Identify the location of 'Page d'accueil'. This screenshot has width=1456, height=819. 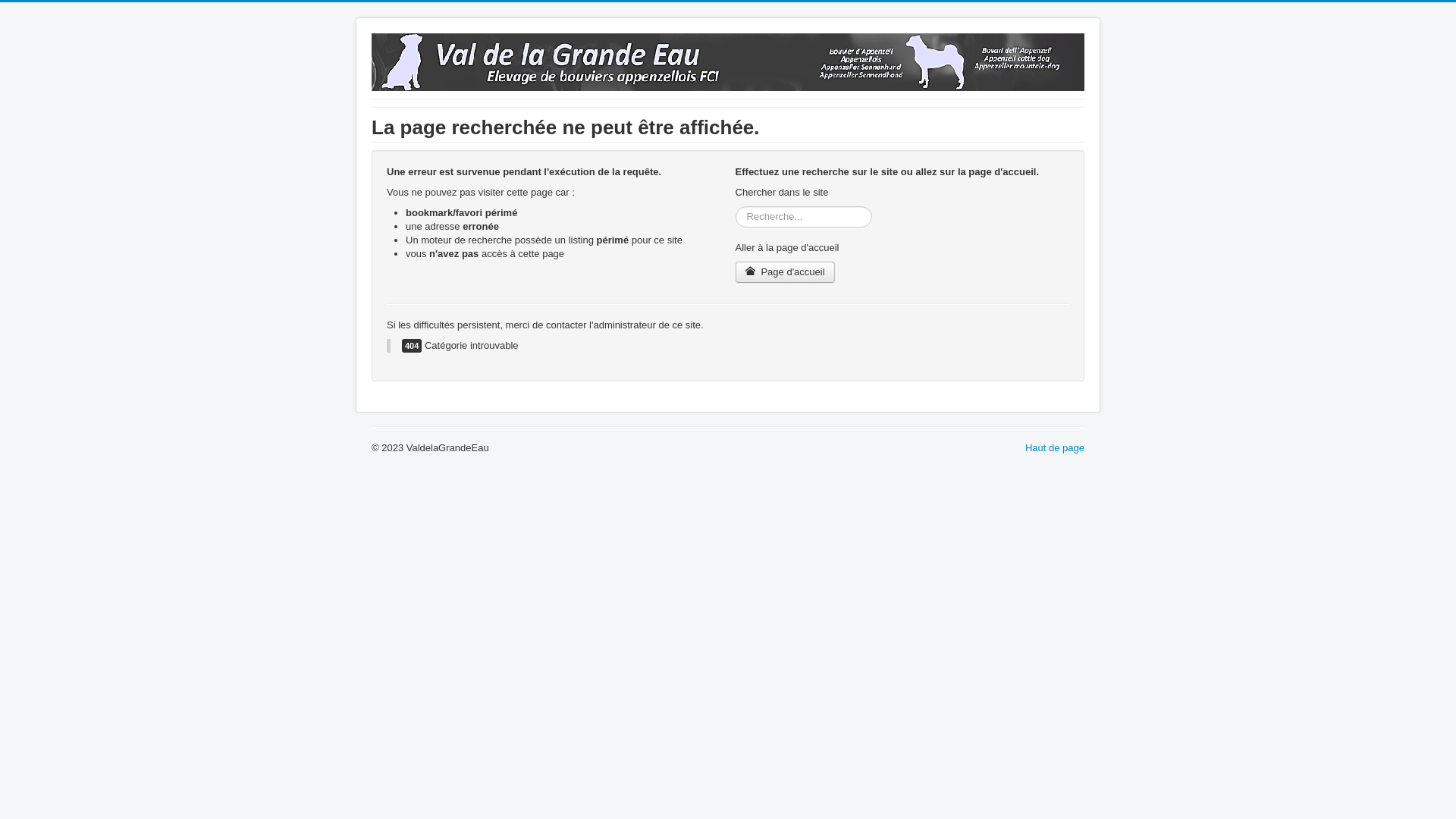
(785, 271).